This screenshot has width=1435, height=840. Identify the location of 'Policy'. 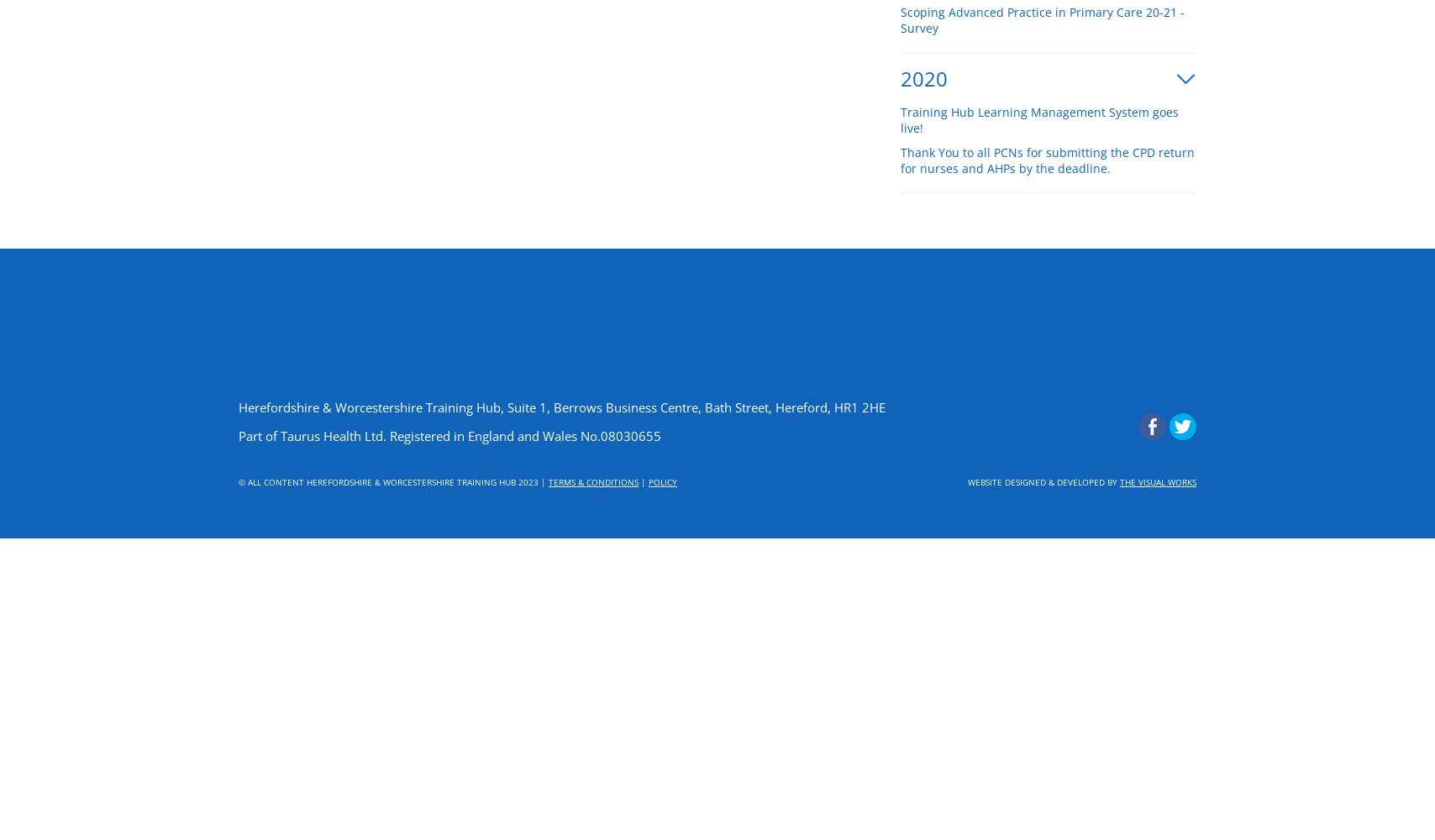
(662, 481).